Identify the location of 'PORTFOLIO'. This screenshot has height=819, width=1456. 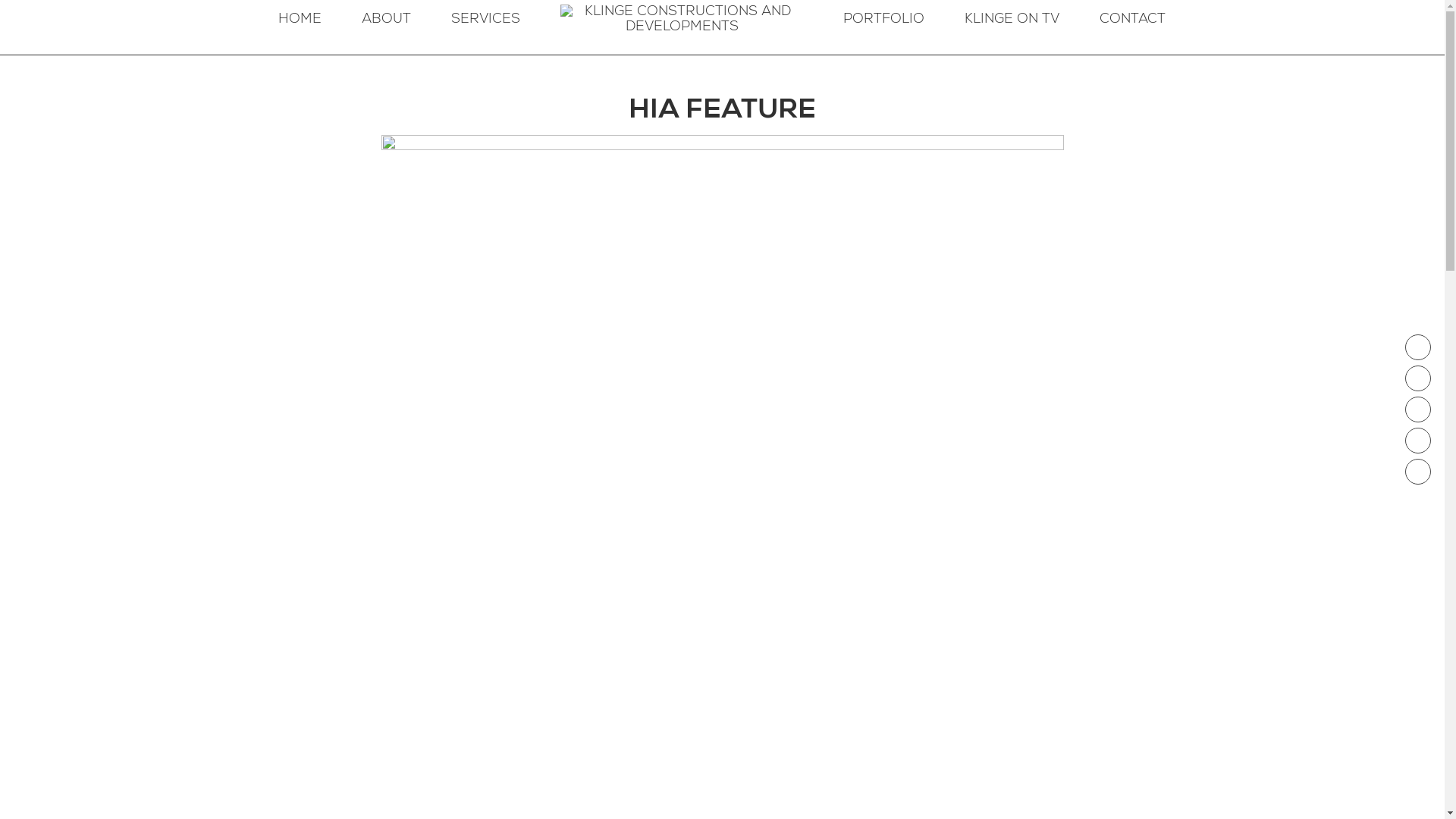
(884, 20).